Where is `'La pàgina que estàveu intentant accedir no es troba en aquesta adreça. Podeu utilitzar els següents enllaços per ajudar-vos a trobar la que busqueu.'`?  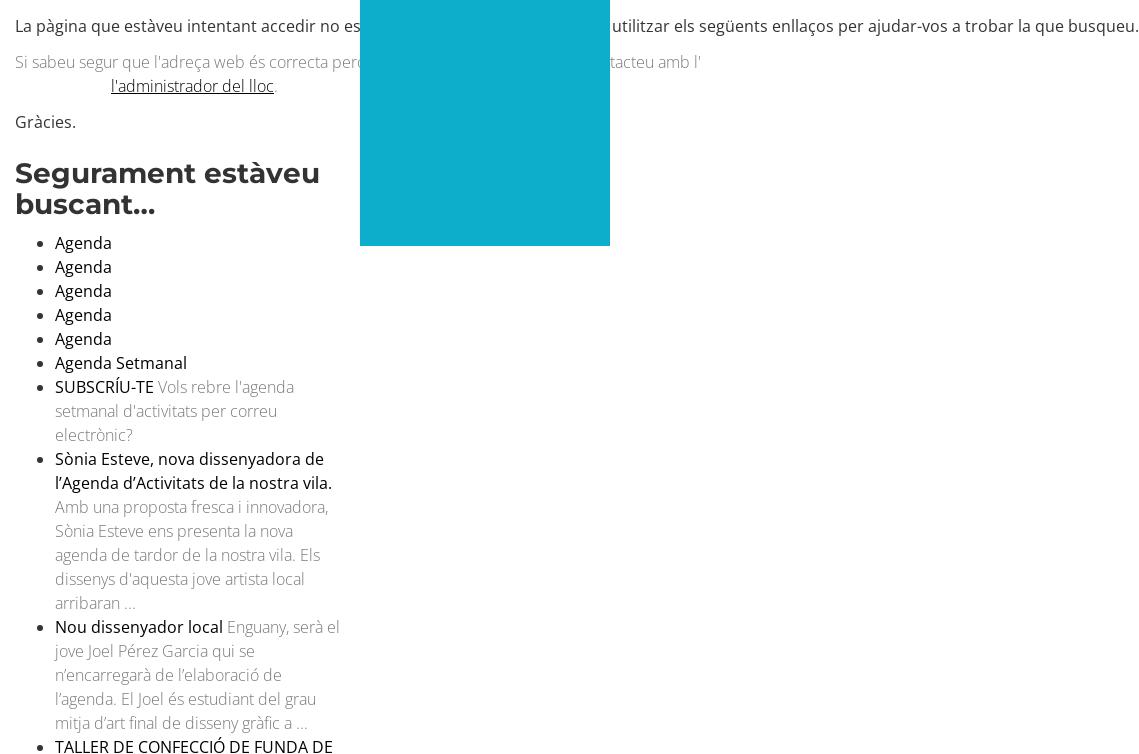
'La pàgina que estàveu intentant accedir no es troba en aquesta adreça. Podeu utilitzar els següents enllaços per ajudar-vos a trobar la que busqueu.' is located at coordinates (576, 25).